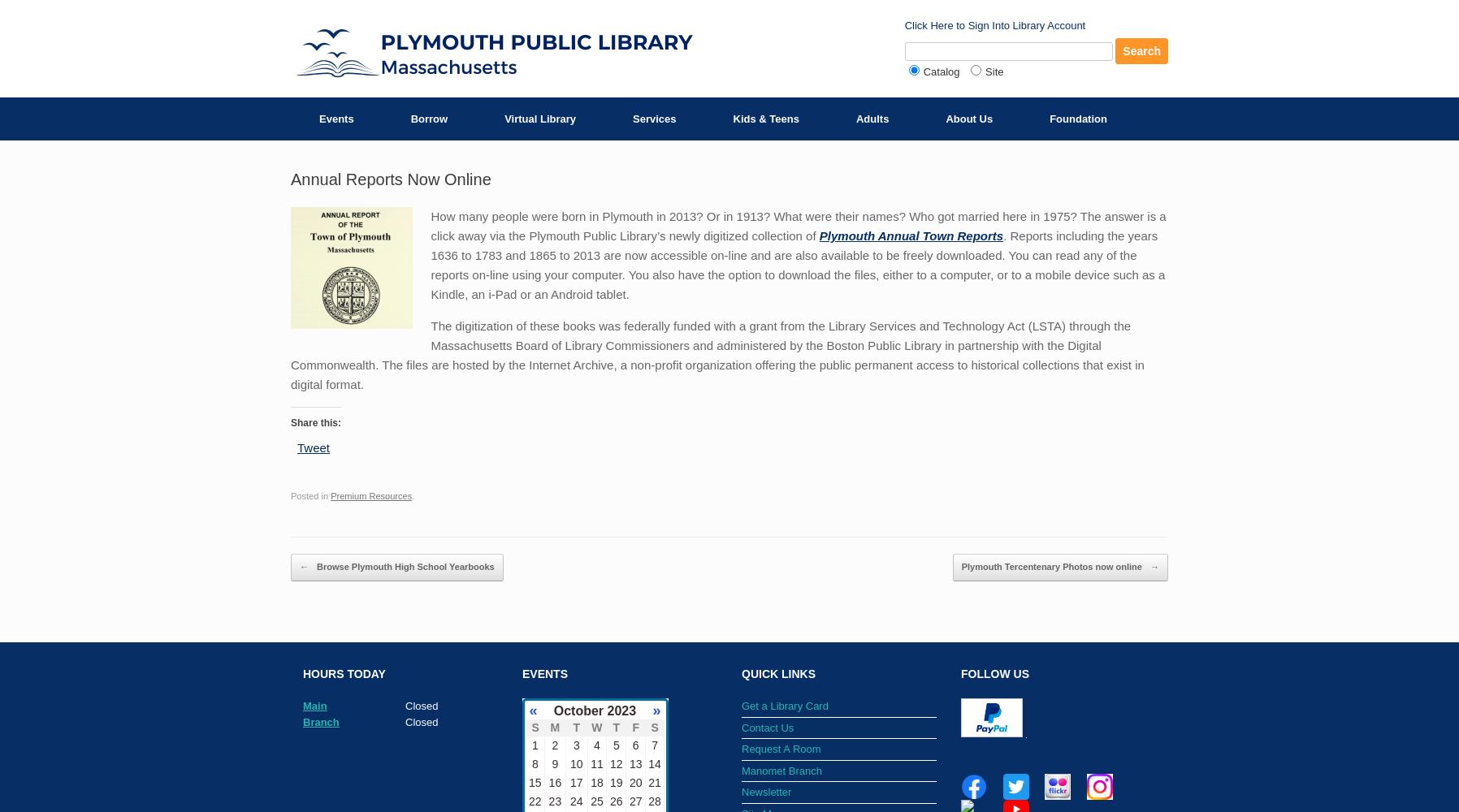  Describe the element at coordinates (314, 705) in the screenshot. I see `'Main'` at that location.